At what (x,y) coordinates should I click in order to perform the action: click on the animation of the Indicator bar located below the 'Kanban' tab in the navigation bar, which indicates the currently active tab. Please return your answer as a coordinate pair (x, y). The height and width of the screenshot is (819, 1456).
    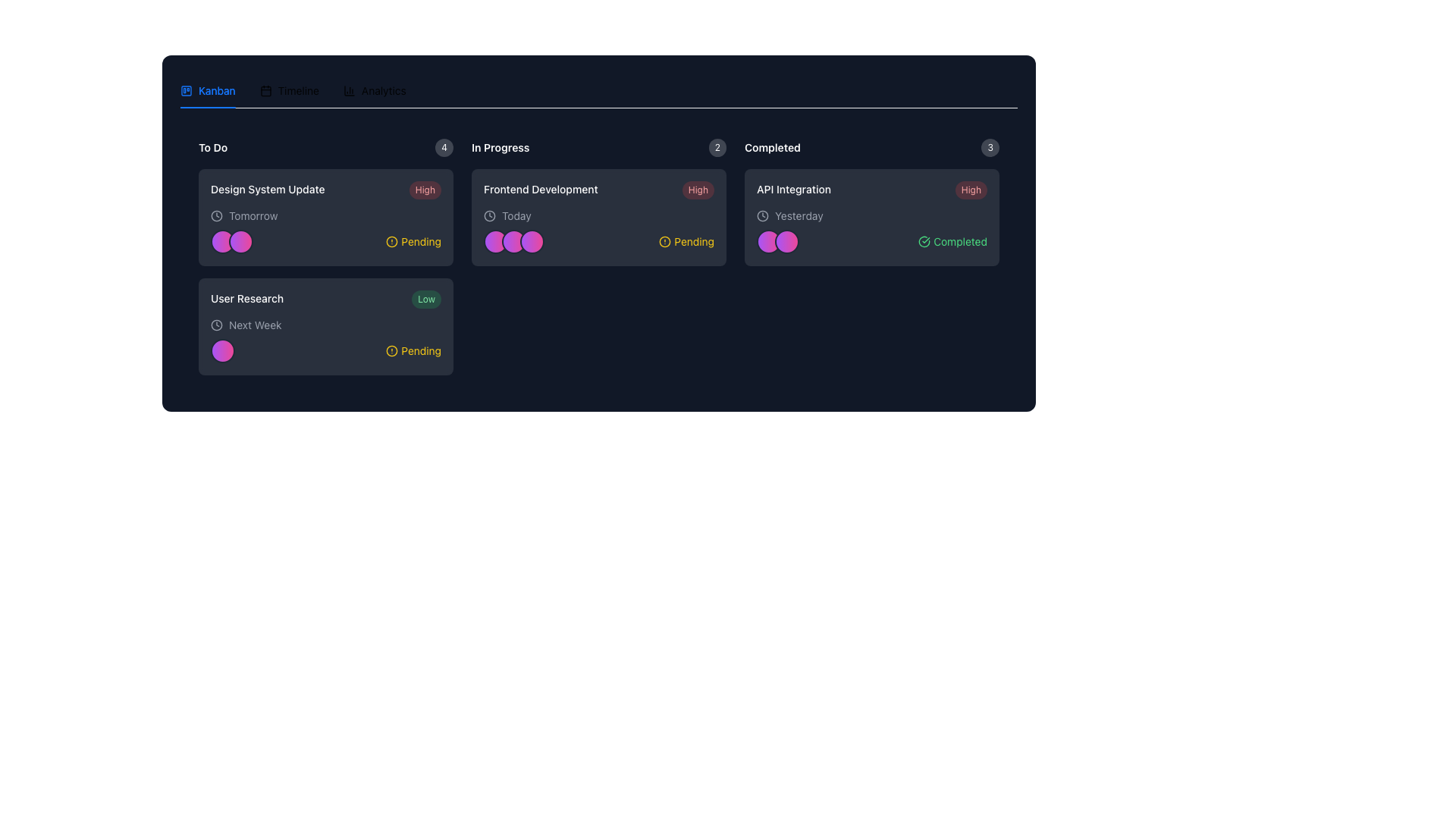
    Looking at the image, I should click on (207, 107).